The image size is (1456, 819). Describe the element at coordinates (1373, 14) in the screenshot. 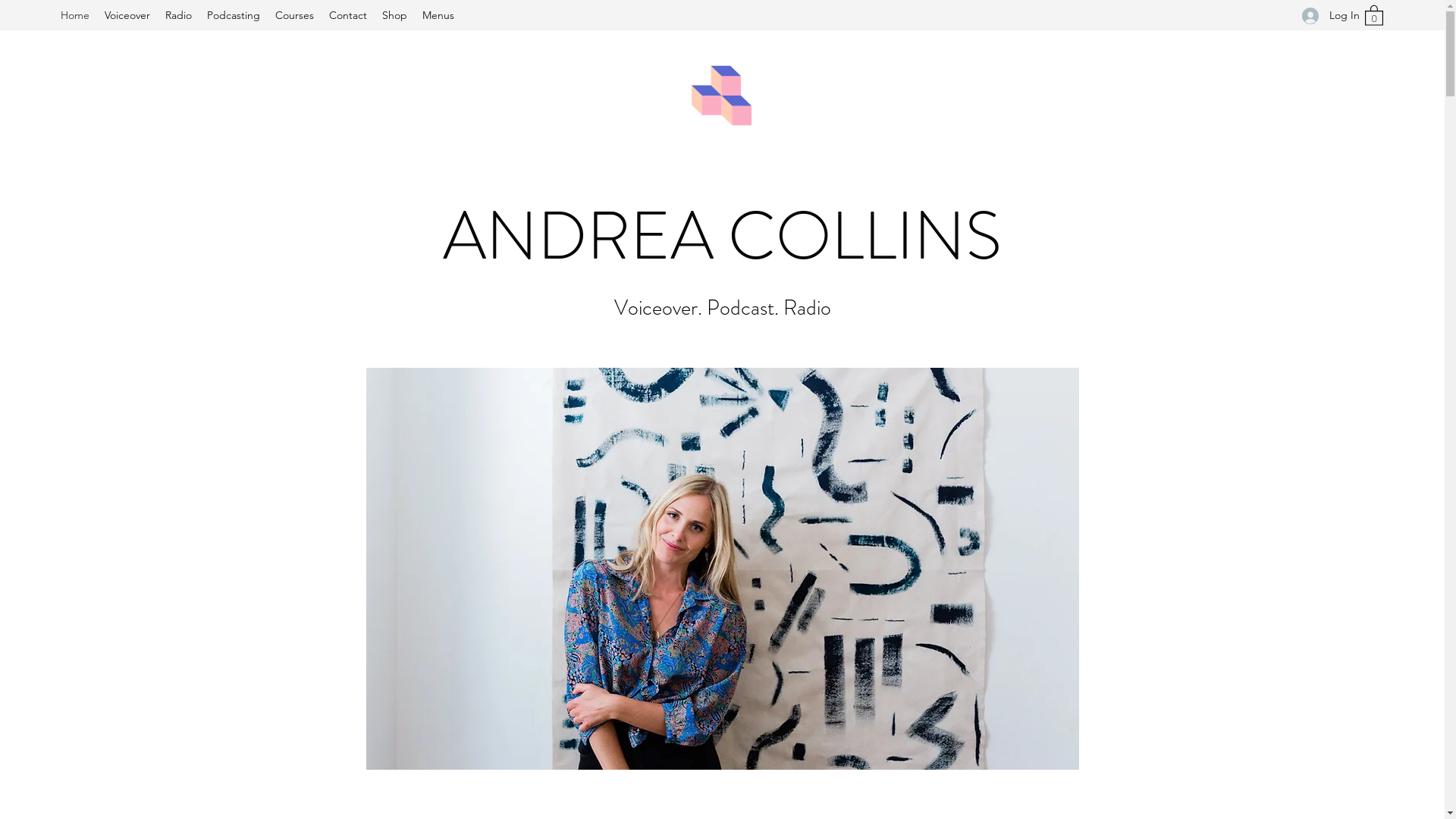

I see `'0'` at that location.